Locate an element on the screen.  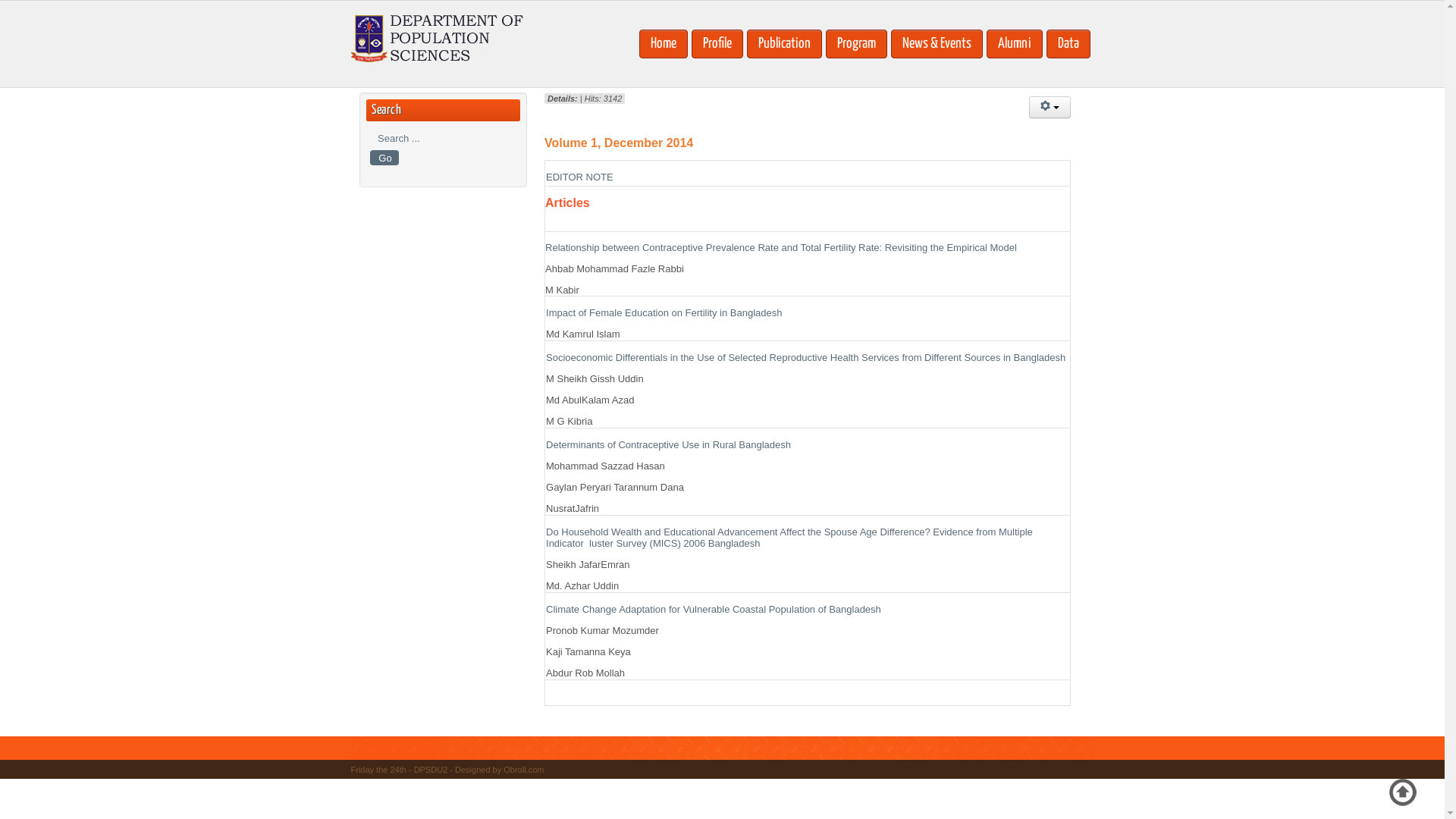
'Obroll.com' is located at coordinates (523, 769).